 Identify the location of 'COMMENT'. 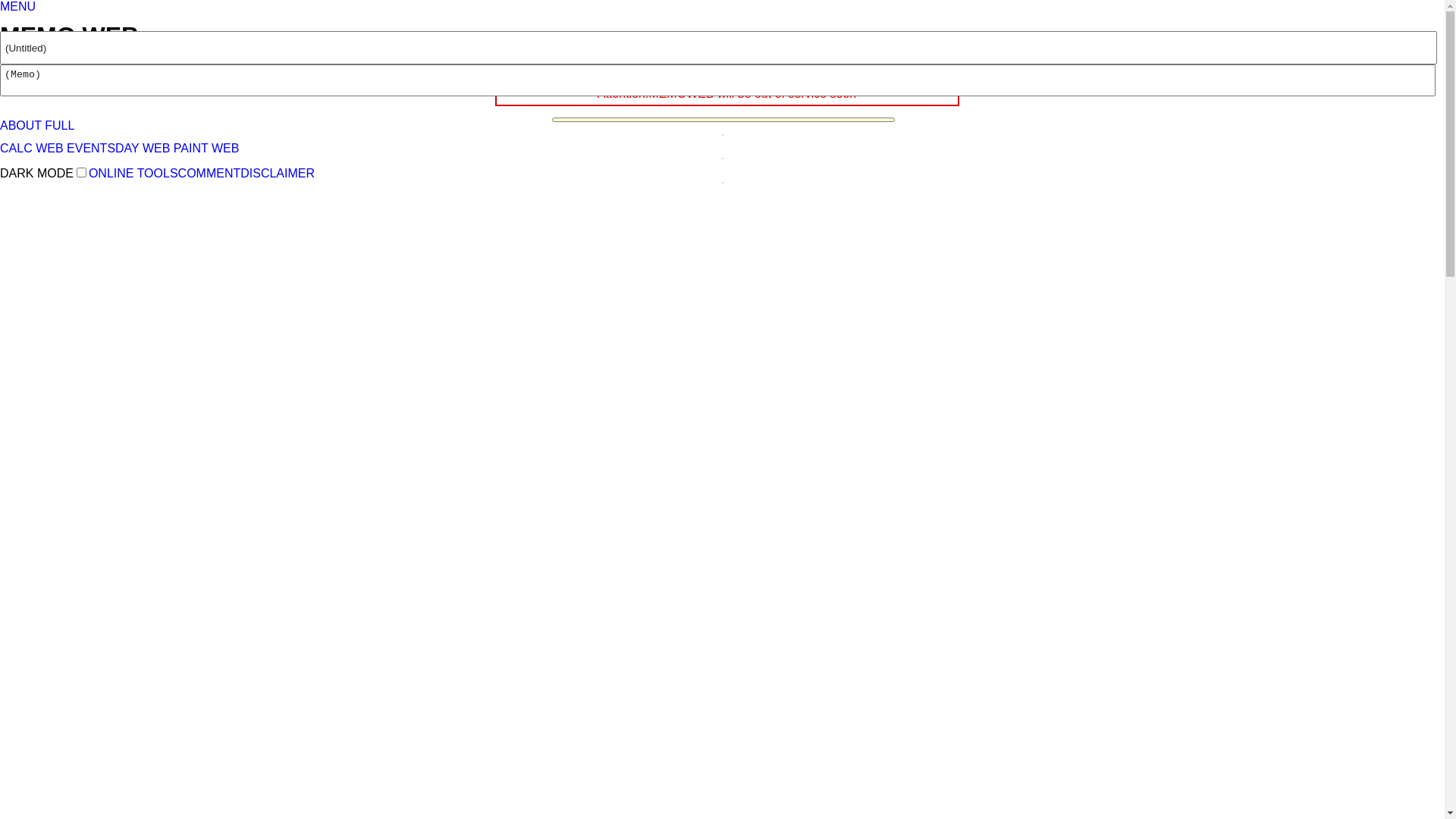
(209, 172).